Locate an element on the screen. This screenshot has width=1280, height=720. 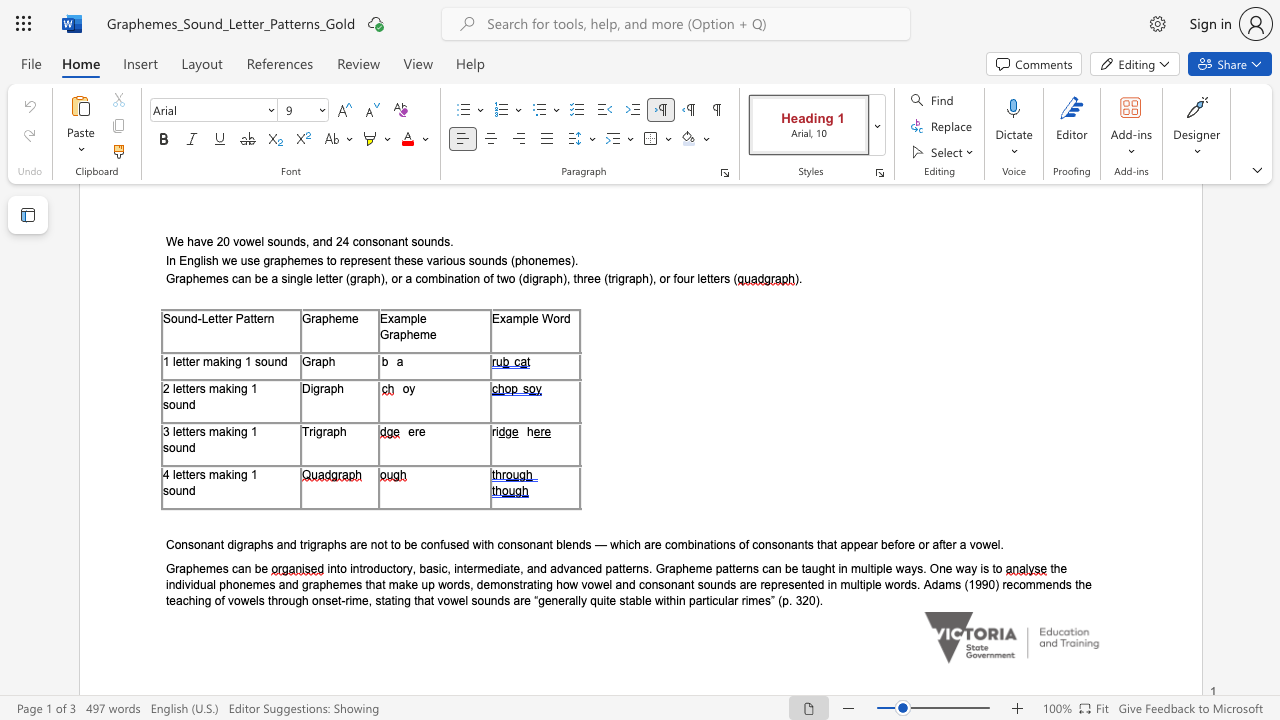
the subset text "be" within the text "Graphemes can be" is located at coordinates (253, 568).